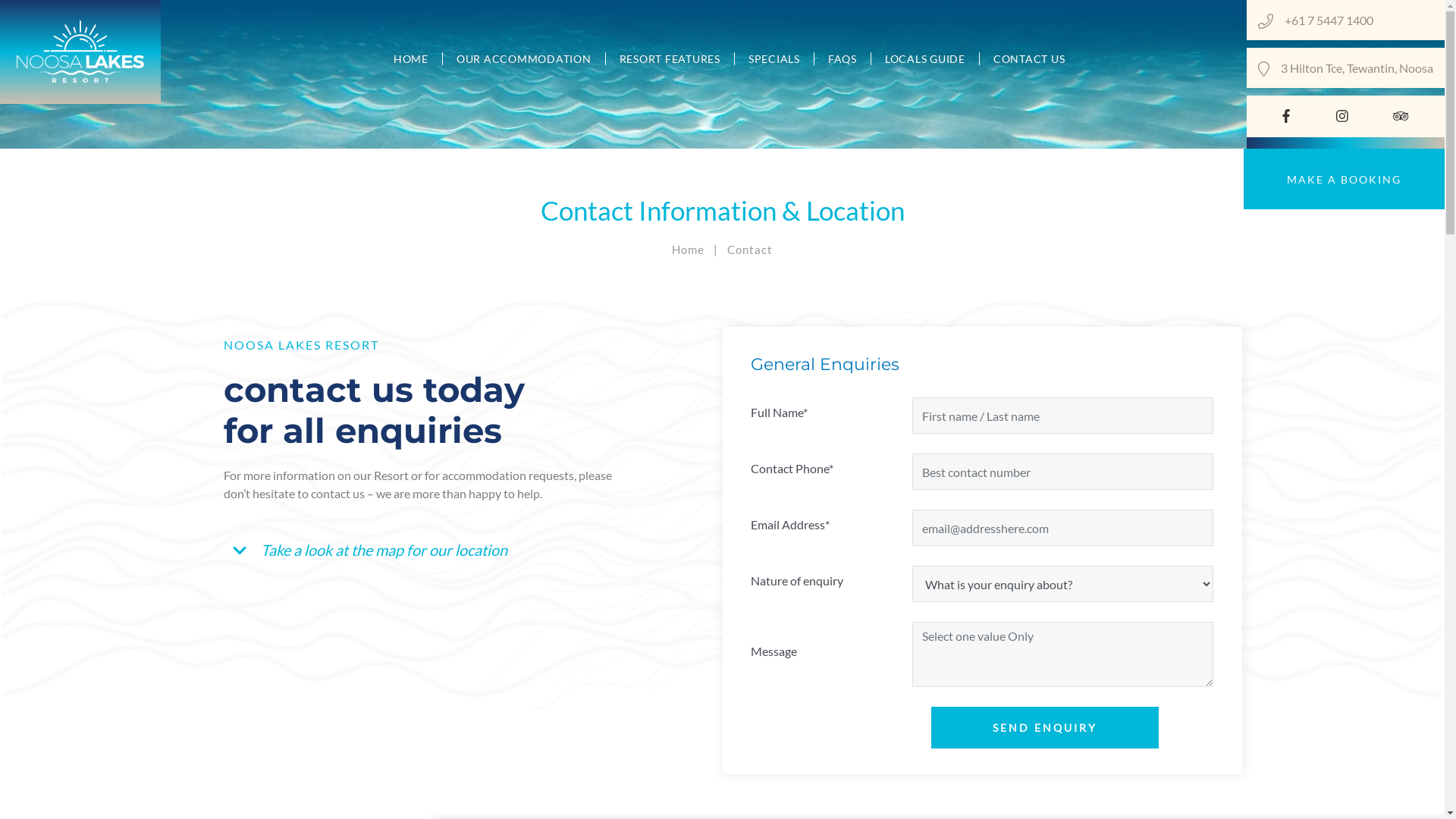 Image resolution: width=1456 pixels, height=819 pixels. Describe the element at coordinates (1344, 178) in the screenshot. I see `'MAKE A BOOKING'` at that location.